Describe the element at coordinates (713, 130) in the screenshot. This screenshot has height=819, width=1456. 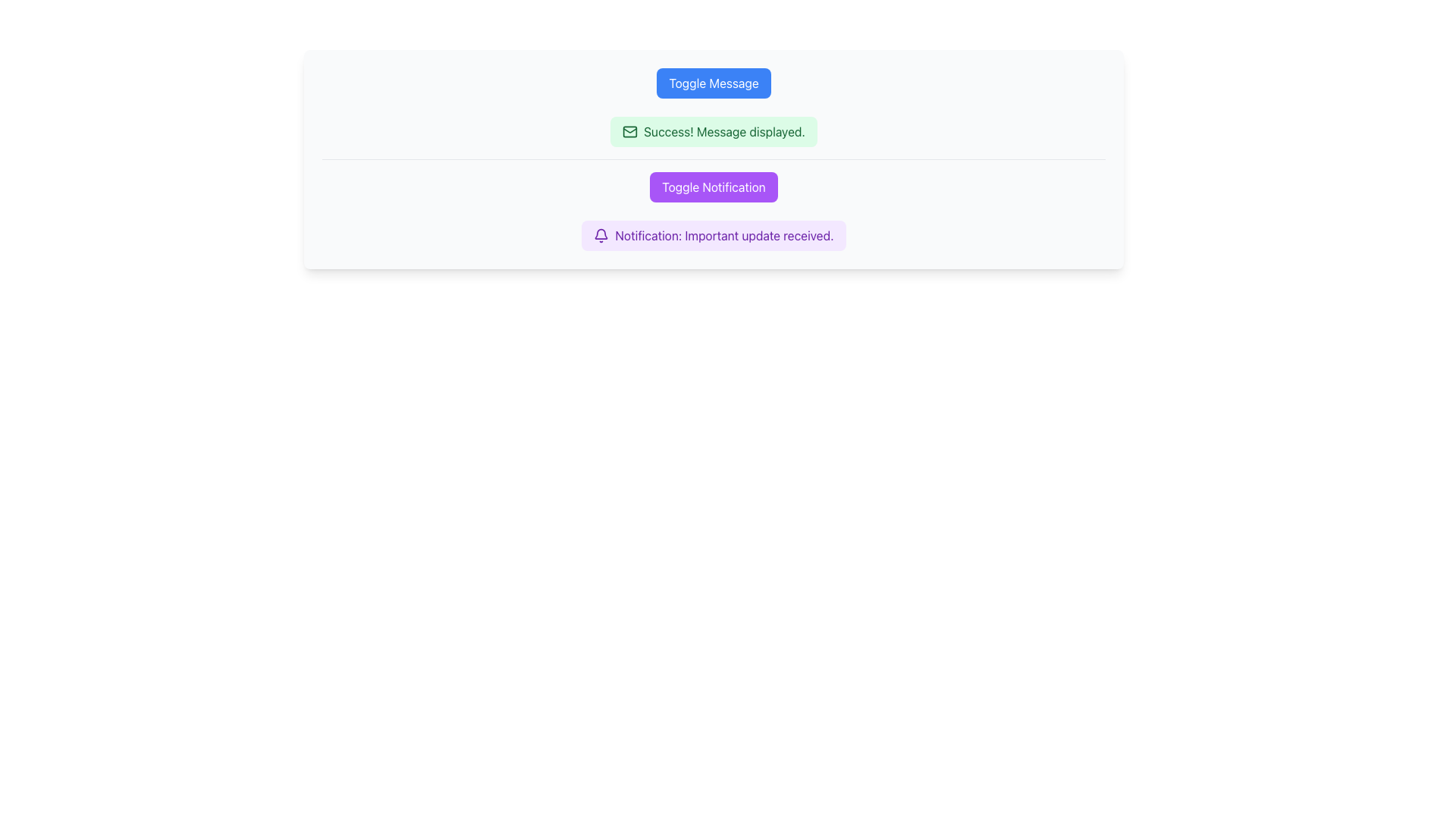
I see `the notification alert box with a light green background and dark green text that displays 'Success! Message displayed.'` at that location.